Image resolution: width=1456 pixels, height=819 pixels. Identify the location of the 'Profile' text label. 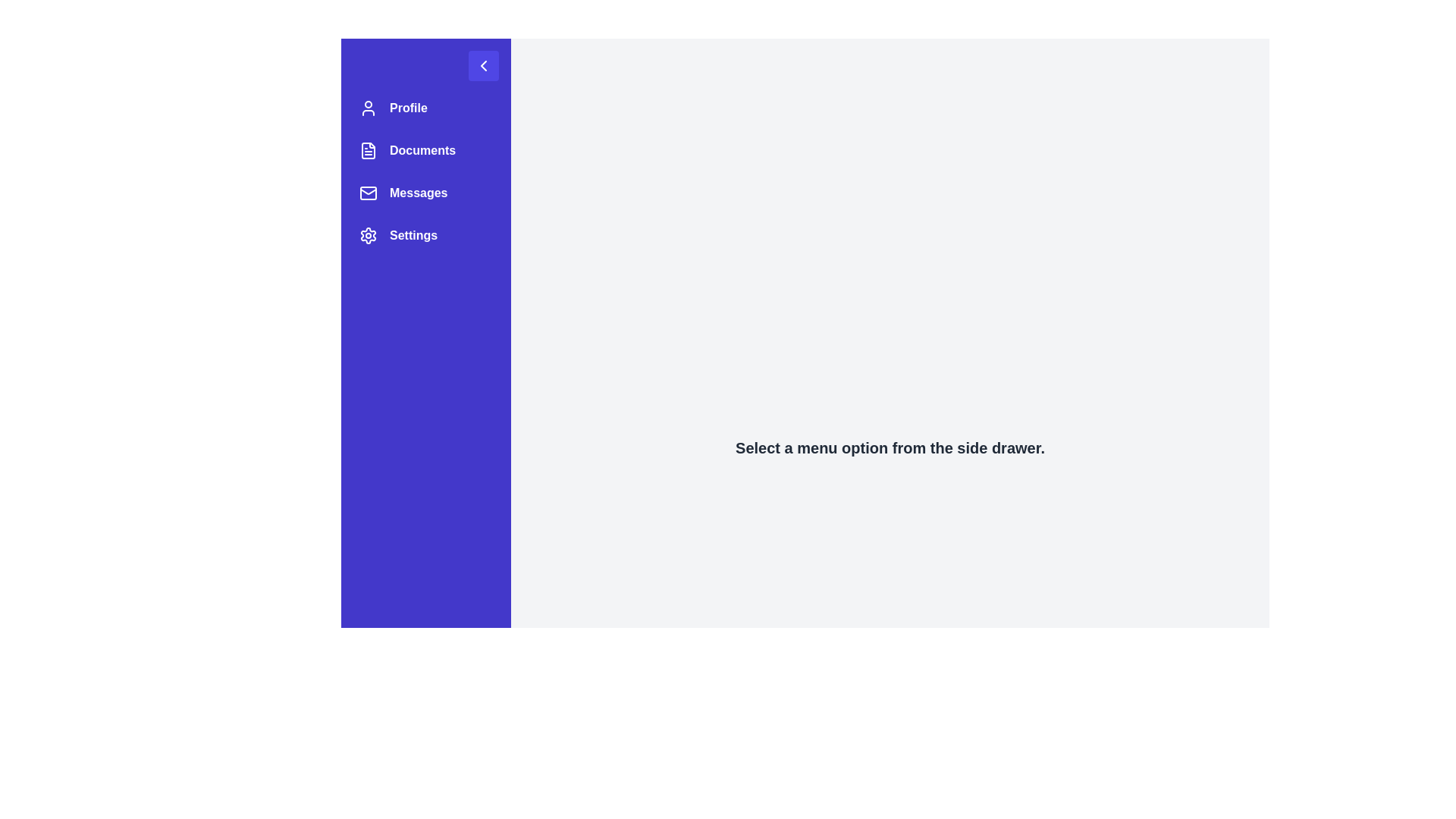
(408, 107).